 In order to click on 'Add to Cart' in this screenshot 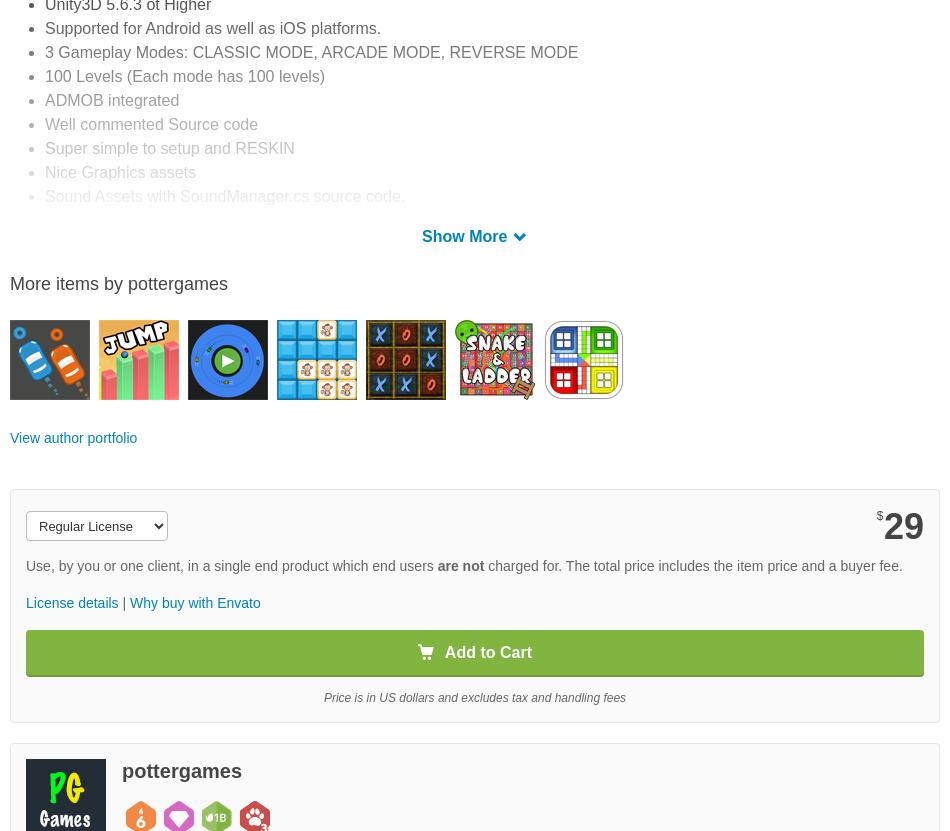, I will do `click(443, 651)`.